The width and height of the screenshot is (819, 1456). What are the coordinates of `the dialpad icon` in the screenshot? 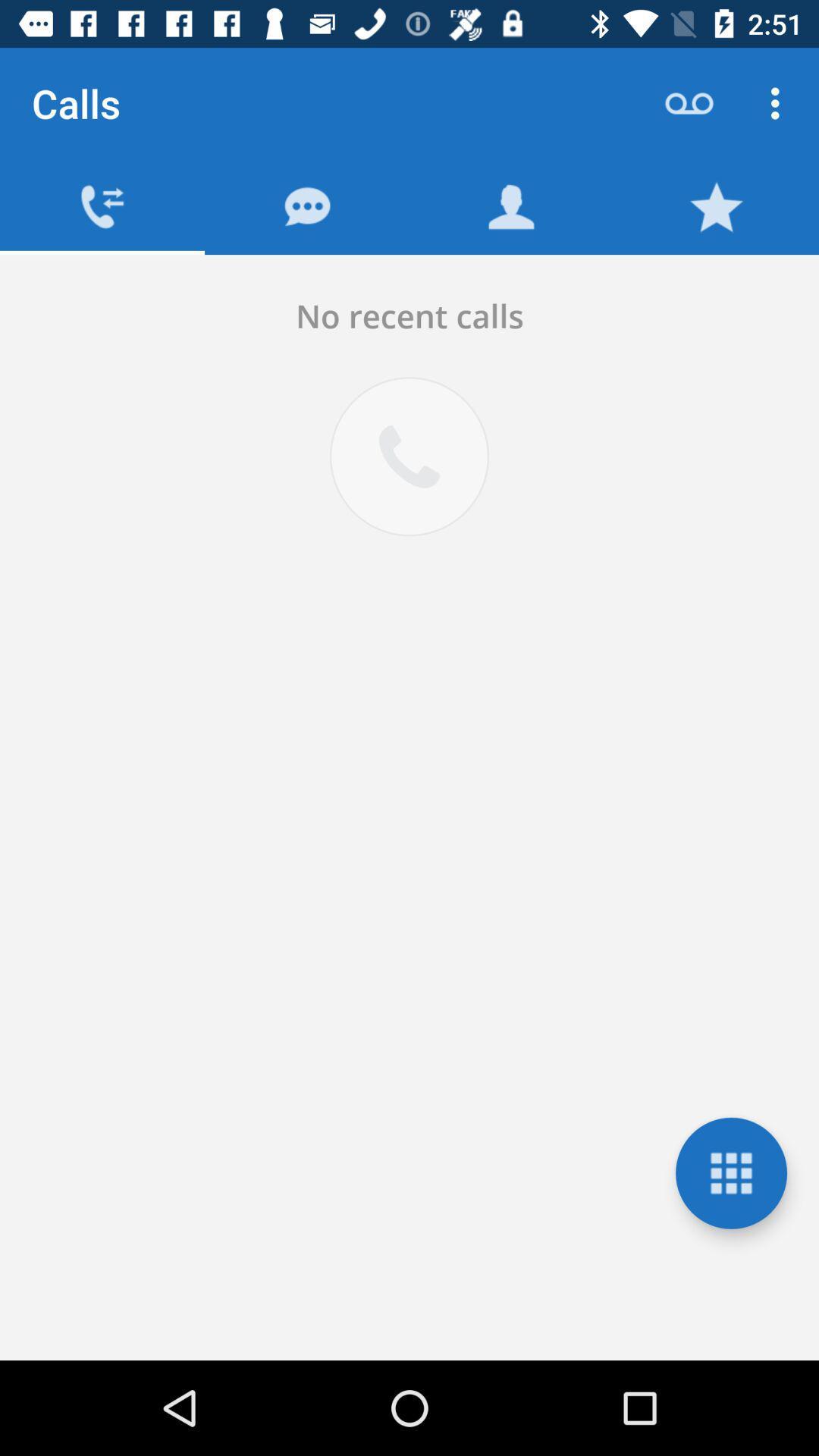 It's located at (730, 1172).